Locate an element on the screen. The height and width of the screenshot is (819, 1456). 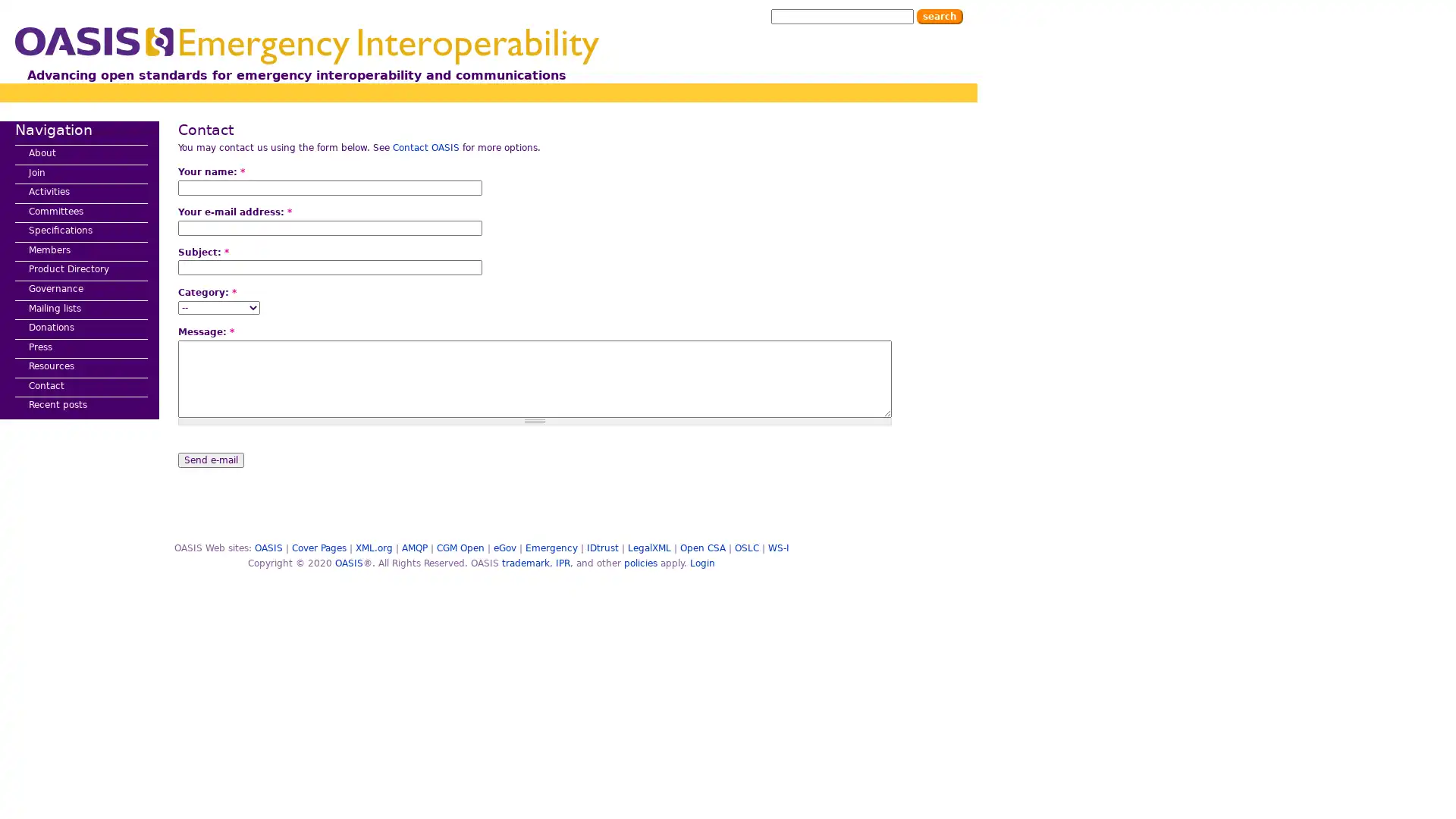
Search is located at coordinates (939, 17).